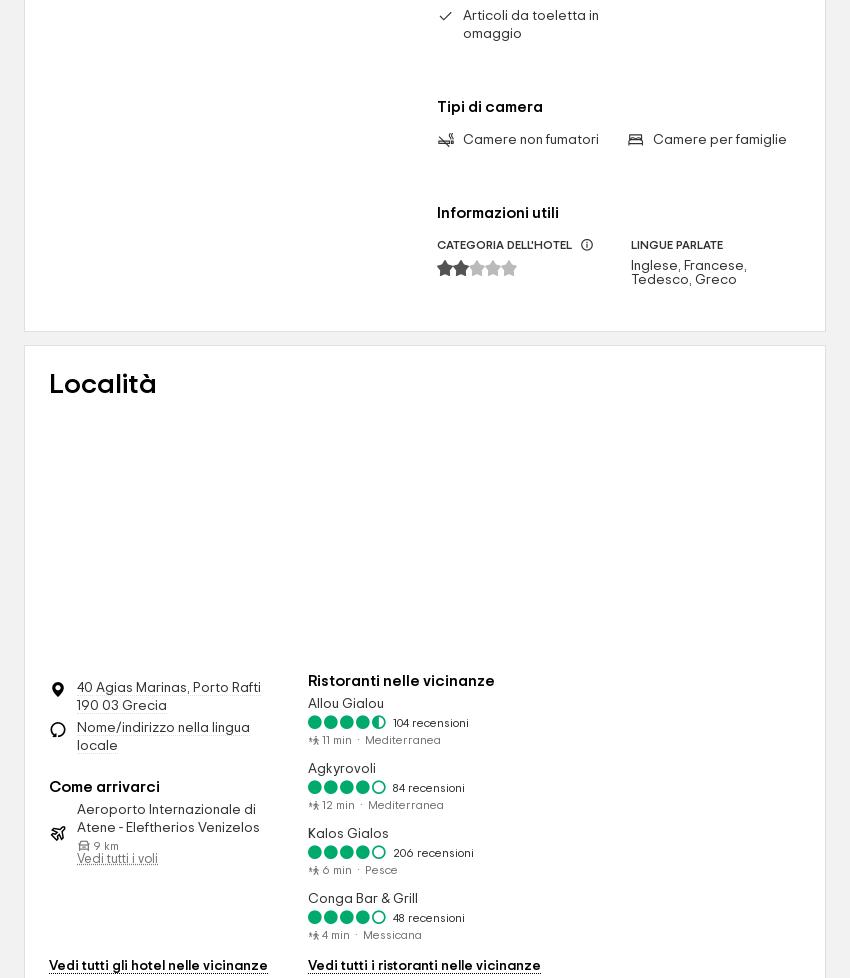  Describe the element at coordinates (325, 738) in the screenshot. I see `'11'` at that location.